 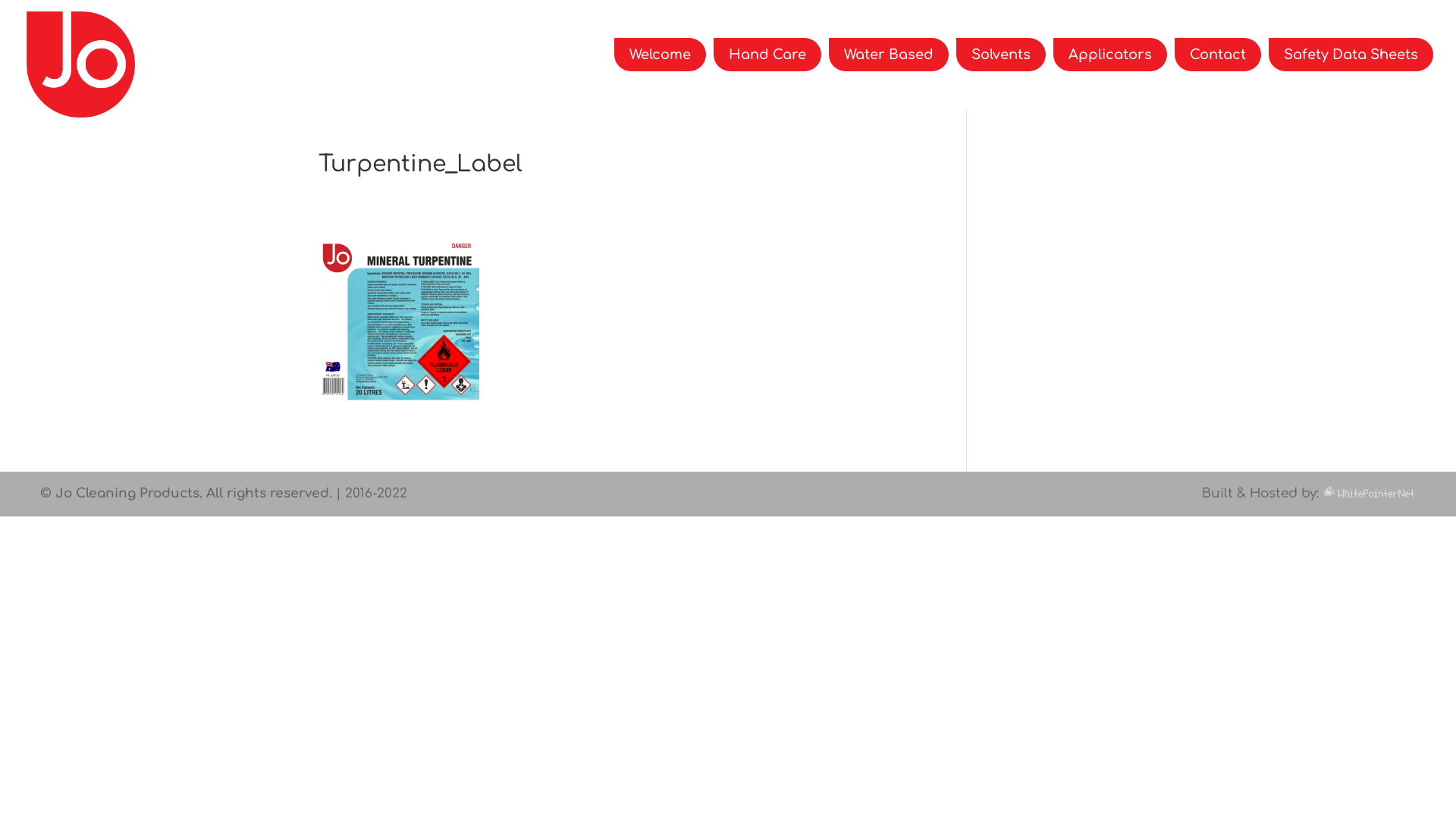 What do you see at coordinates (1218, 54) in the screenshot?
I see `'Contact'` at bounding box center [1218, 54].